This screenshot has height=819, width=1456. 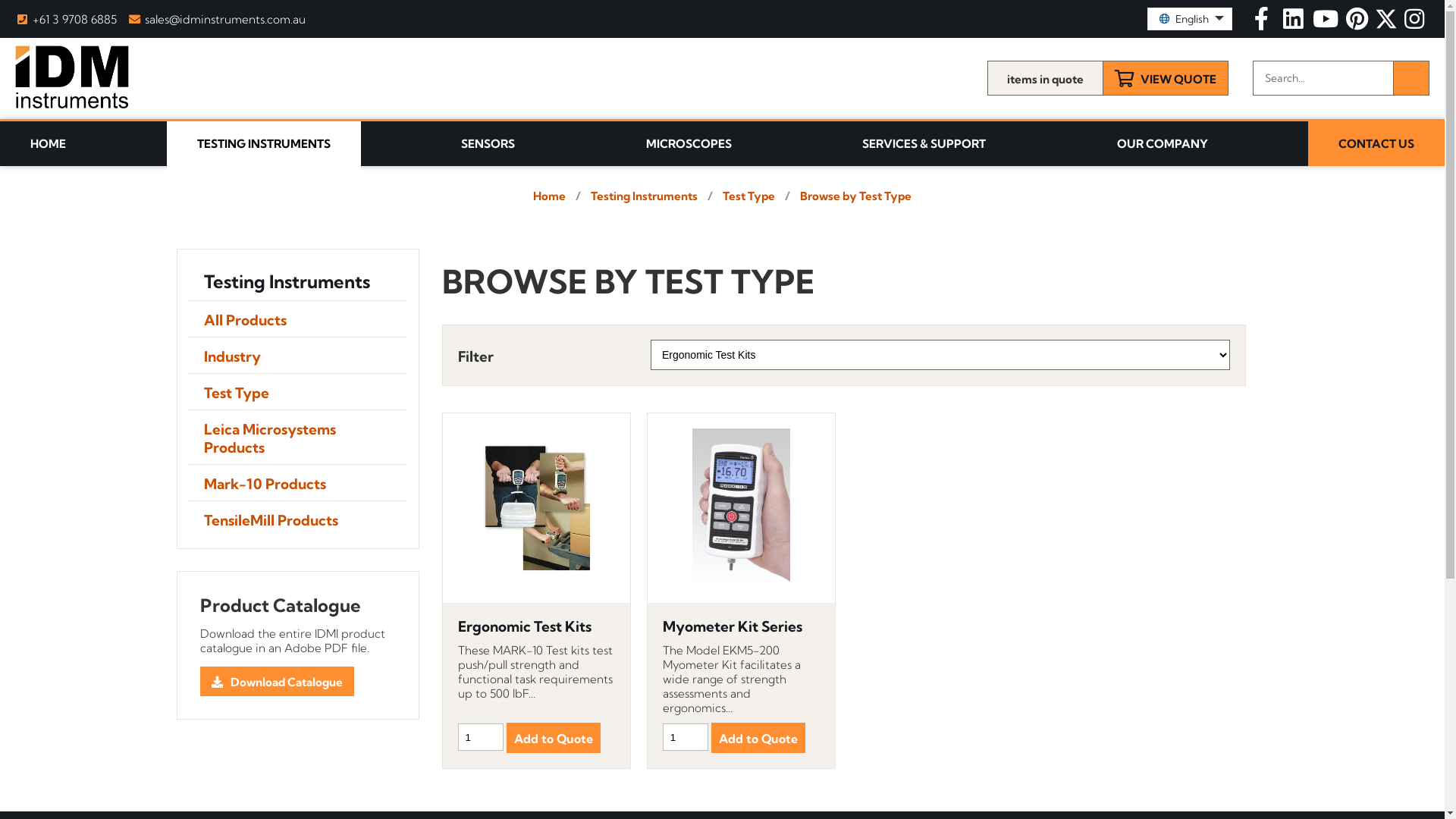 I want to click on 'IDM Instruments on LinkedIn', so click(x=1278, y=23).